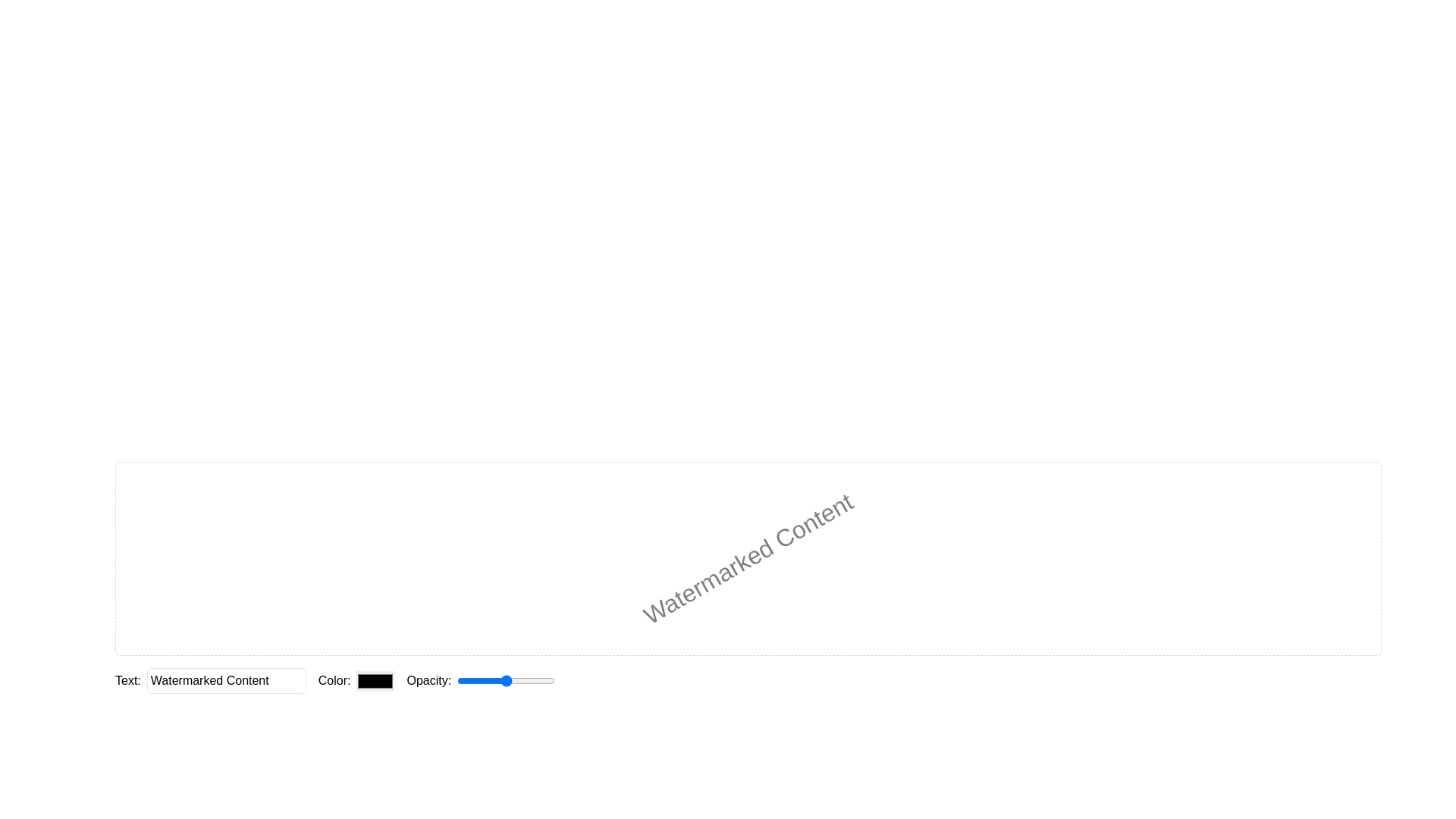  What do you see at coordinates (375, 680) in the screenshot?
I see `the Color picker input box` at bounding box center [375, 680].